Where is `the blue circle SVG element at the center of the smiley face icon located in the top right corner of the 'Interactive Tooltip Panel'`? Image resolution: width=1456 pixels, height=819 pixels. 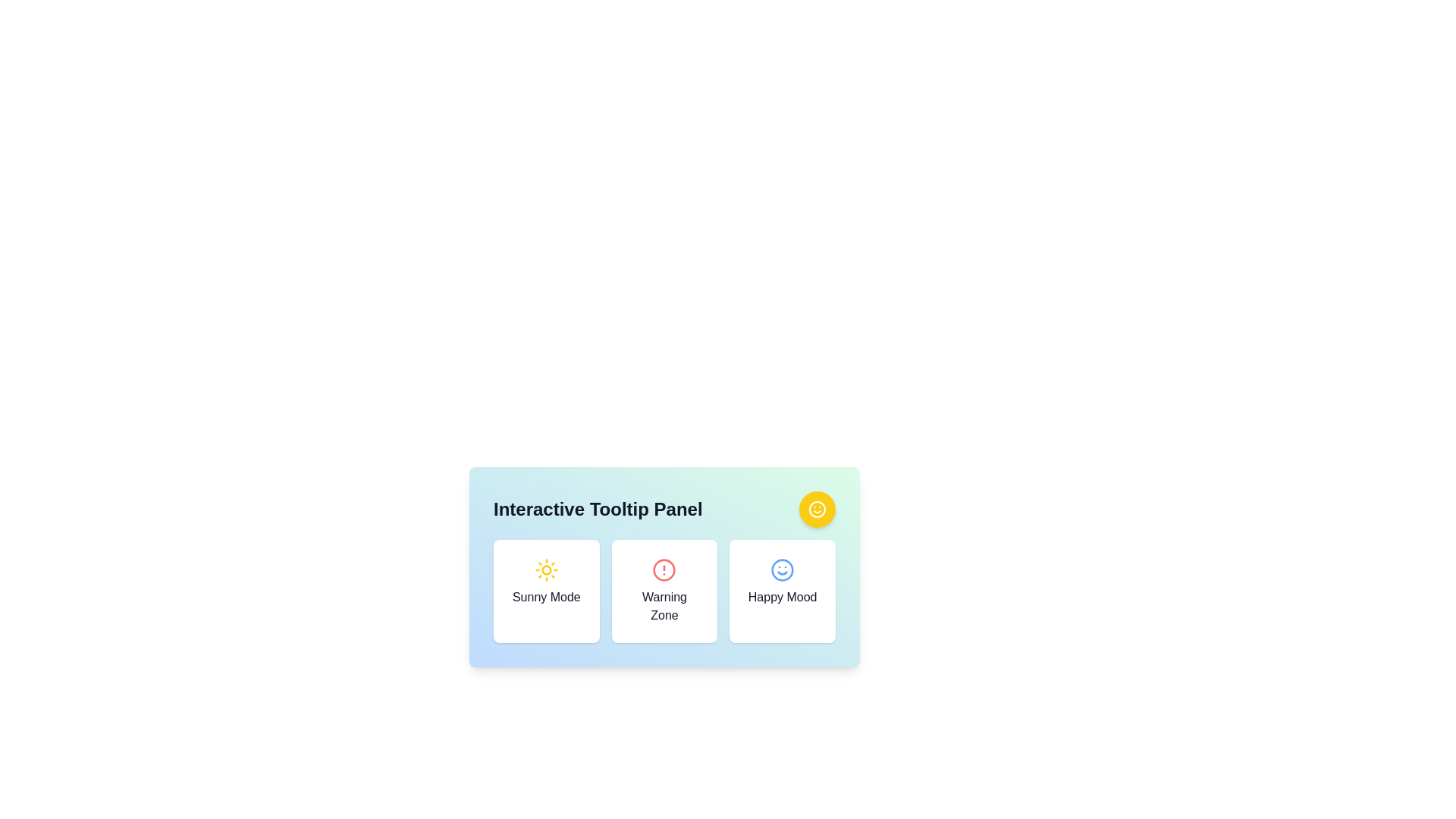 the blue circle SVG element at the center of the smiley face icon located in the top right corner of the 'Interactive Tooltip Panel' is located at coordinates (783, 570).